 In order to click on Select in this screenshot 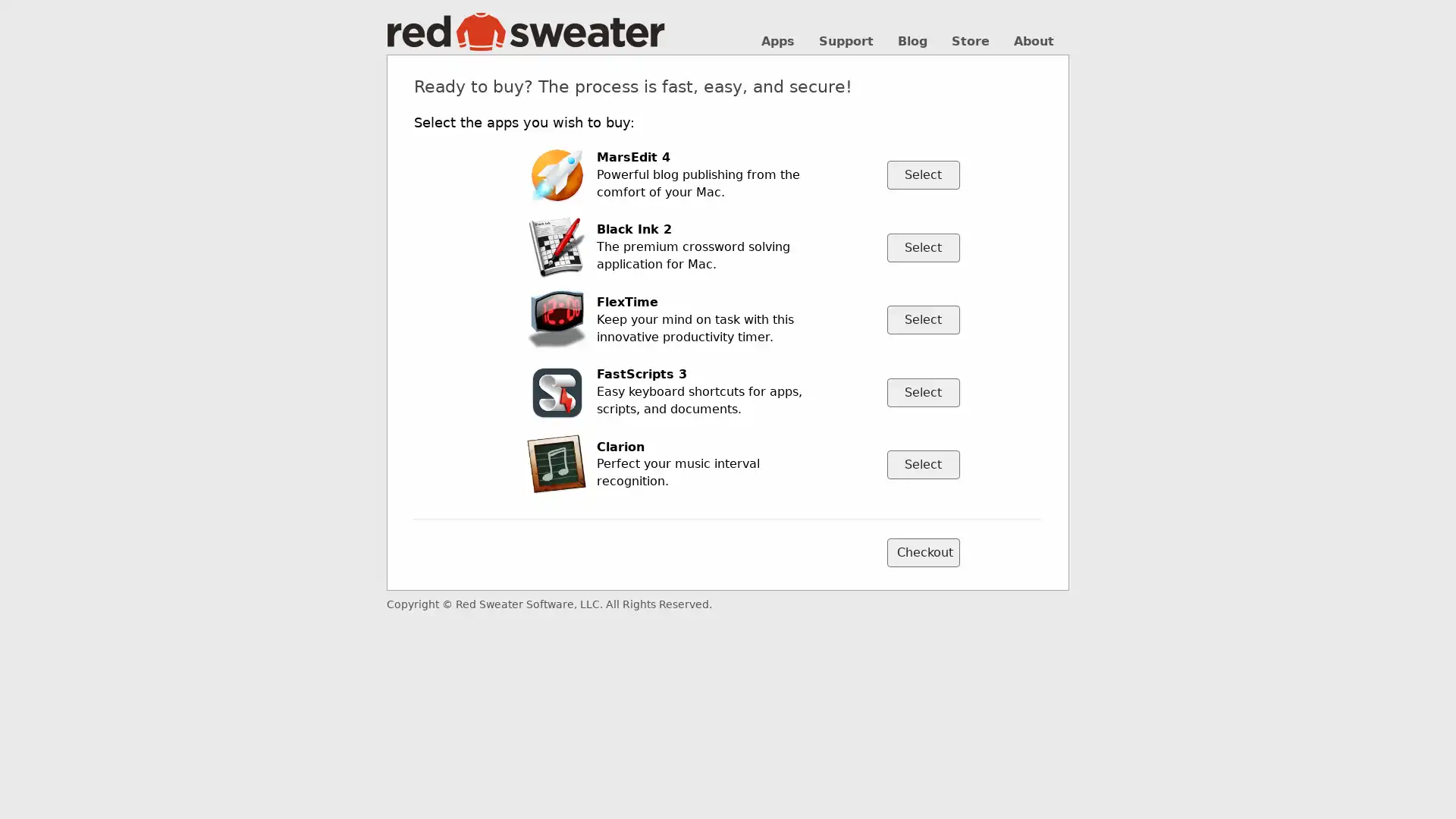, I will do `click(922, 463)`.